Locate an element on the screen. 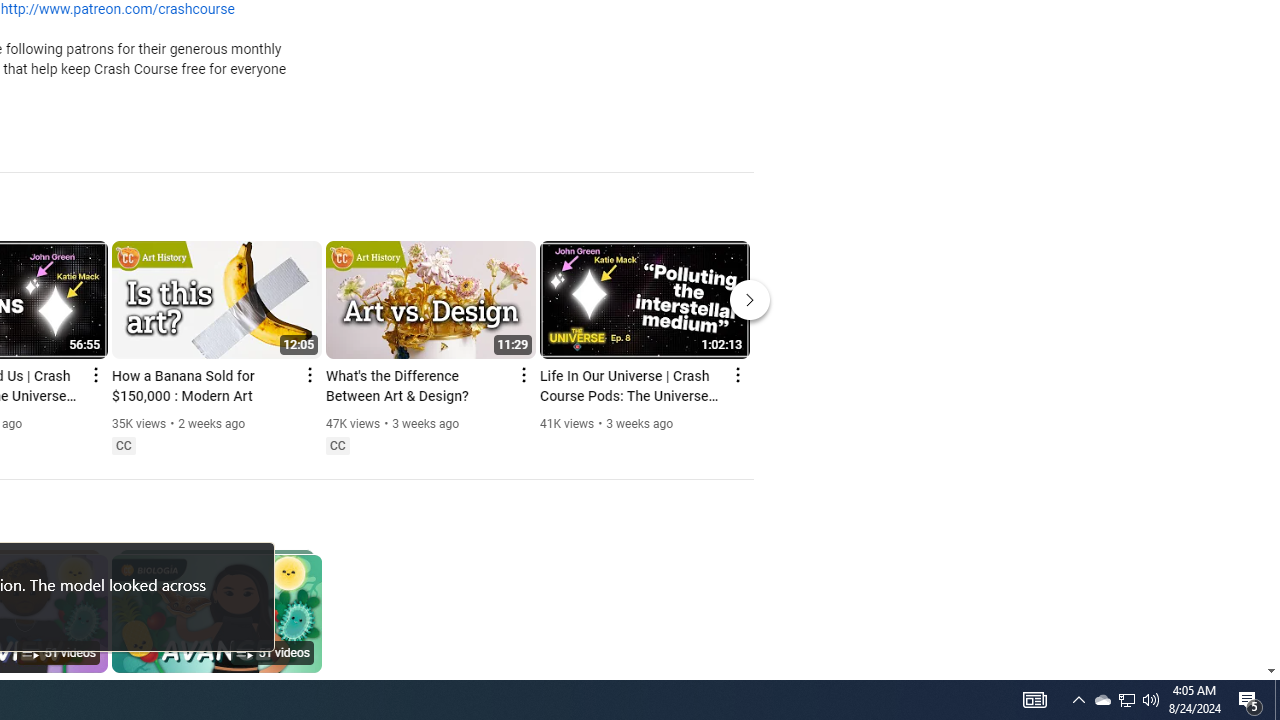 The height and width of the screenshot is (720, 1280). 'Closed captions' is located at coordinates (337, 445).